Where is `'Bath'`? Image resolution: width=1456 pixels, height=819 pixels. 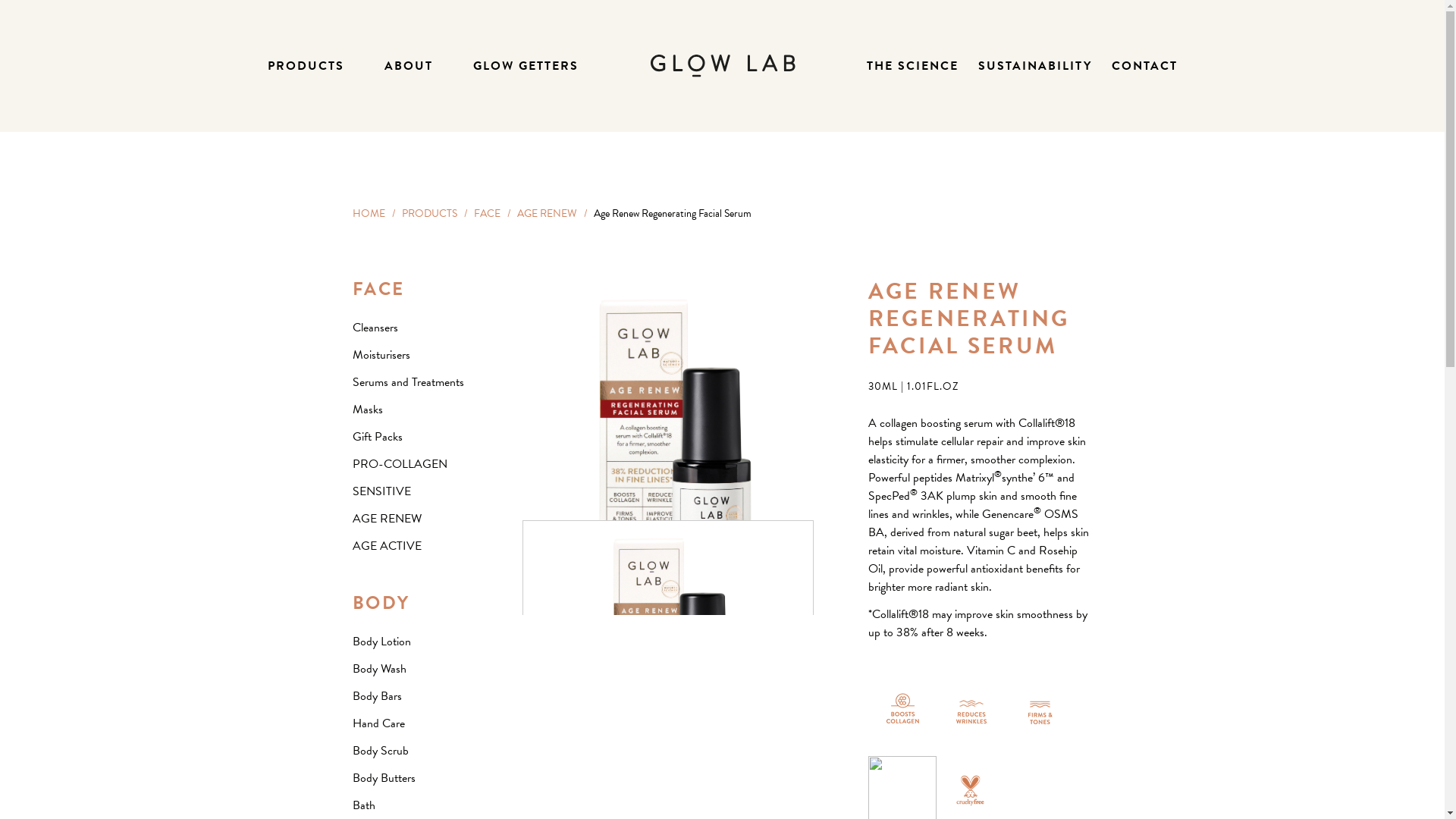
'Bath' is located at coordinates (351, 804).